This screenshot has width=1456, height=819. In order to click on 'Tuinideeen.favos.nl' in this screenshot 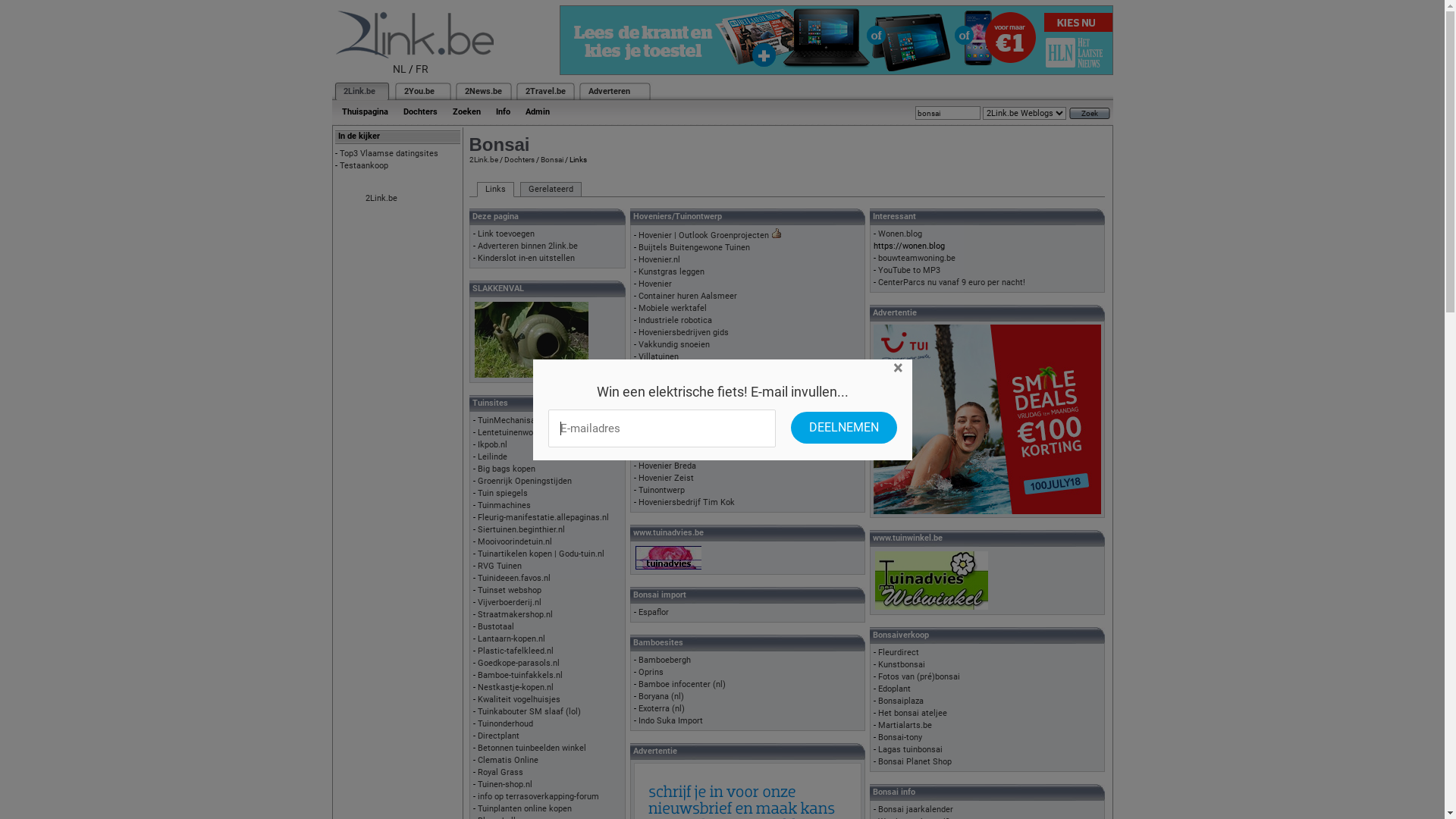, I will do `click(476, 578)`.